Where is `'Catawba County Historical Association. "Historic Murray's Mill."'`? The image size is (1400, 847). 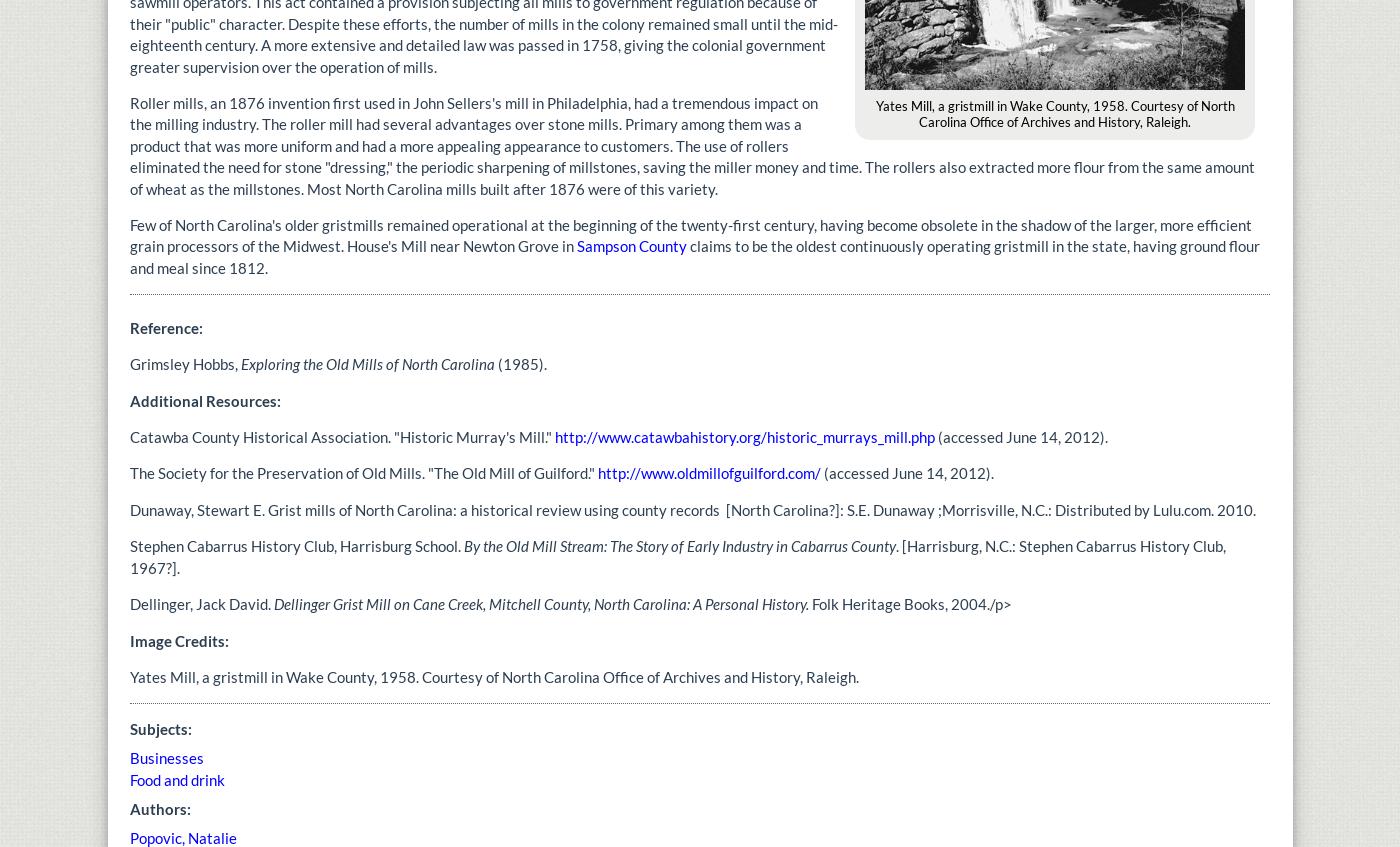
'Catawba County Historical Association. "Historic Murray's Mill."' is located at coordinates (342, 436).